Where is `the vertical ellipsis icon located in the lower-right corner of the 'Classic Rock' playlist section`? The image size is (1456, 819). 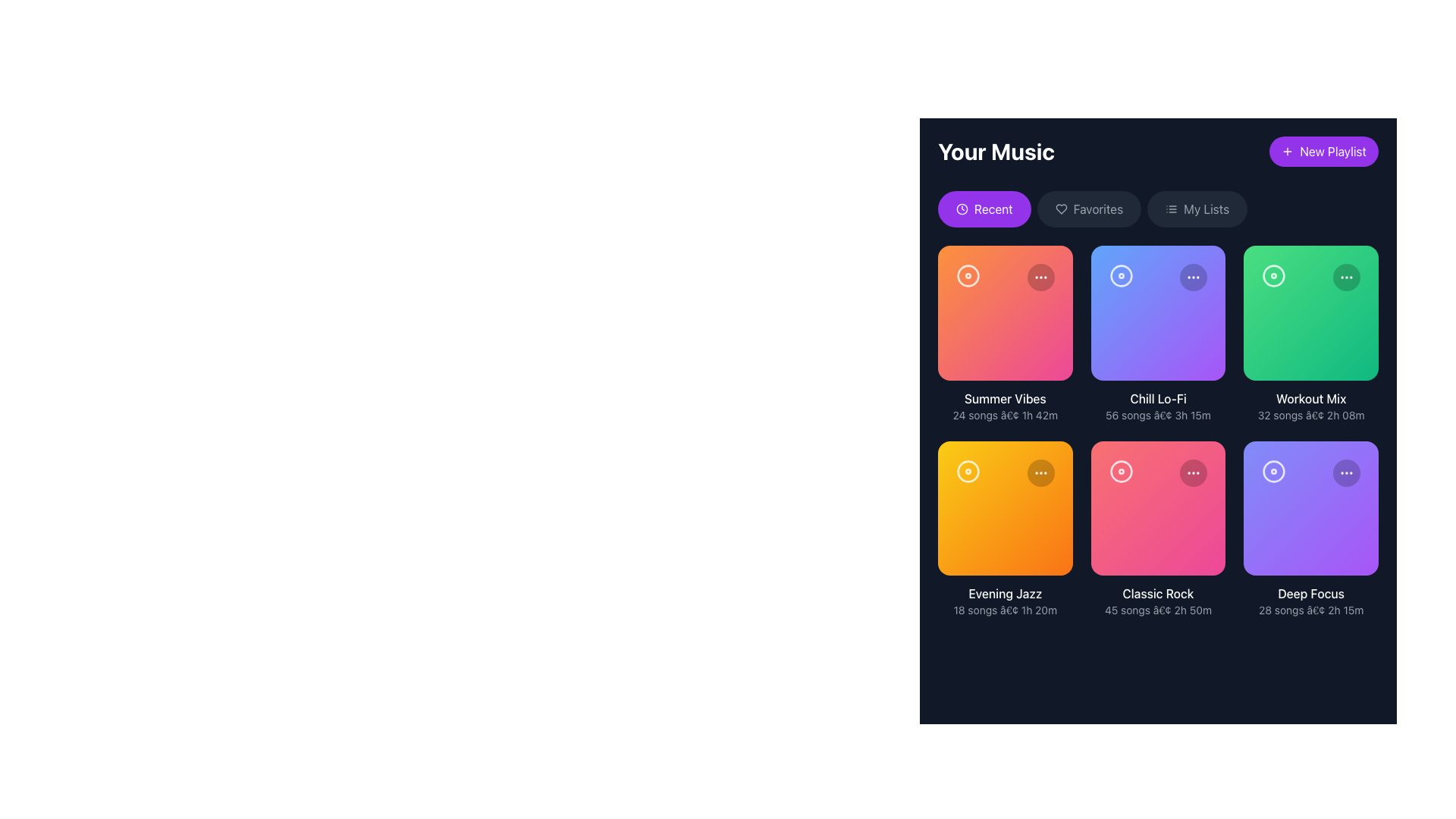 the vertical ellipsis icon located in the lower-right corner of the 'Classic Rock' playlist section is located at coordinates (1193, 472).